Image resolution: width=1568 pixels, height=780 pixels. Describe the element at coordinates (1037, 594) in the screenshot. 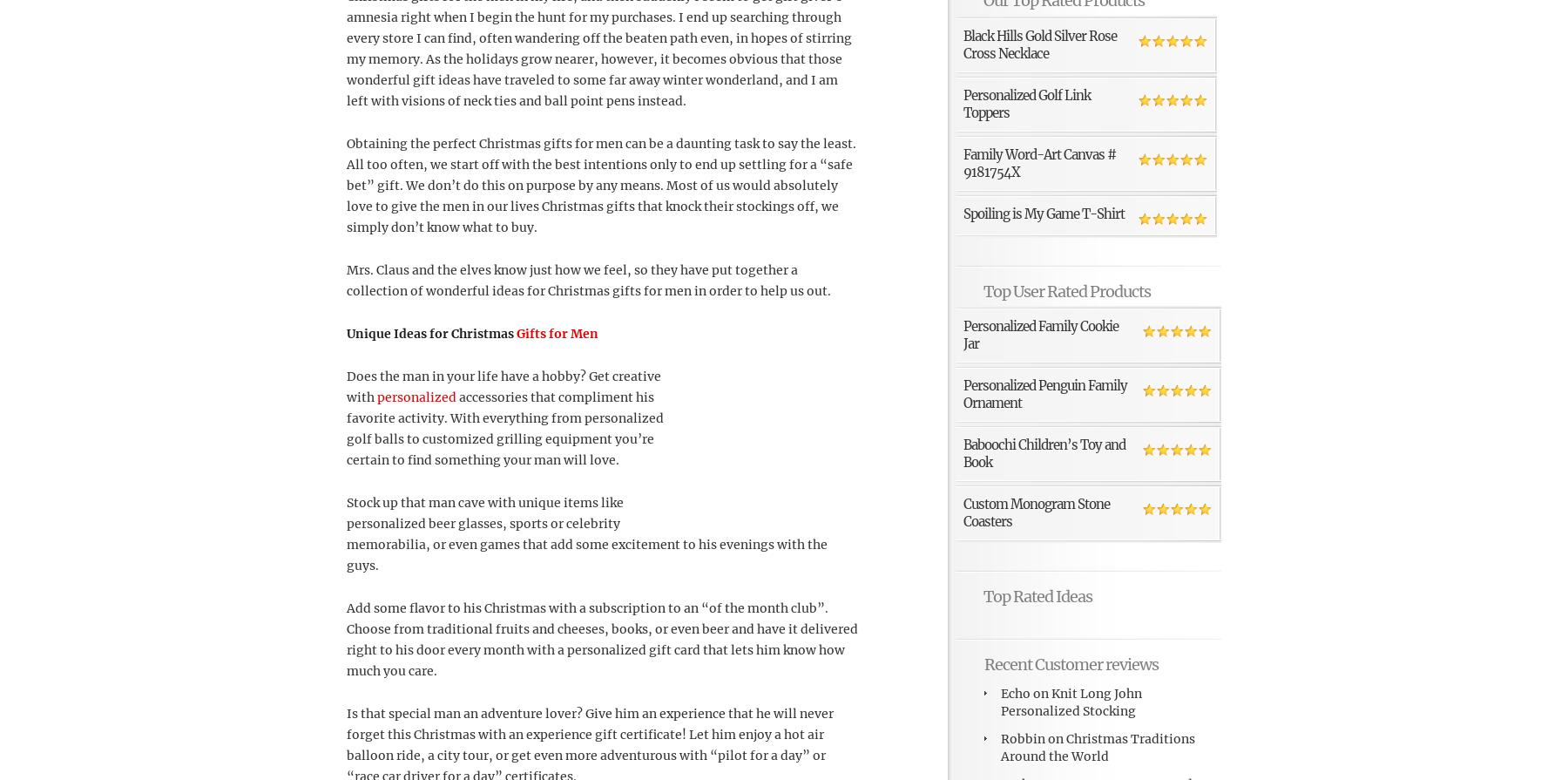

I see `'Top Rated Ideas'` at that location.